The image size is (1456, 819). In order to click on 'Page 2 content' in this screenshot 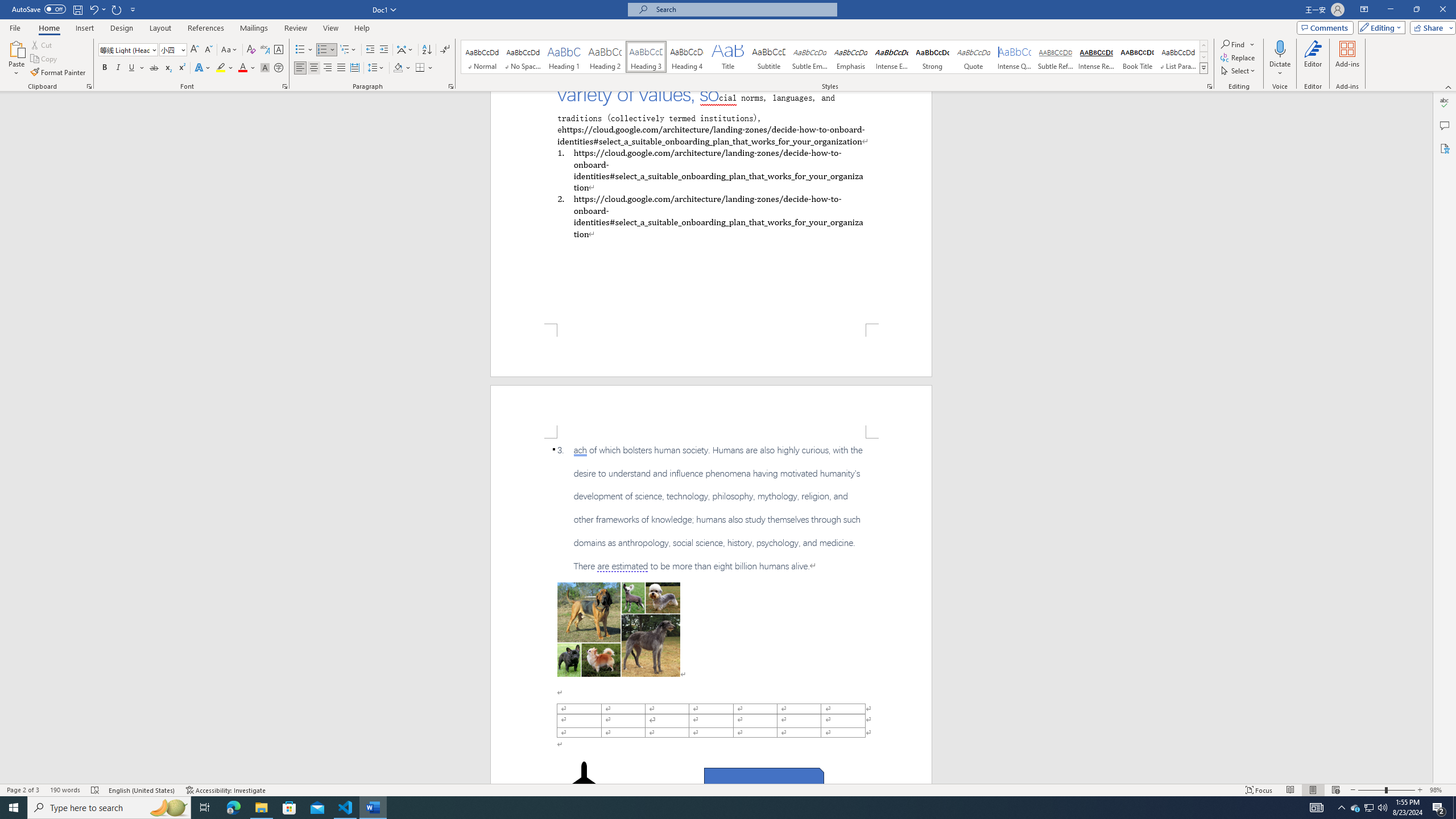, I will do `click(711, 610)`.